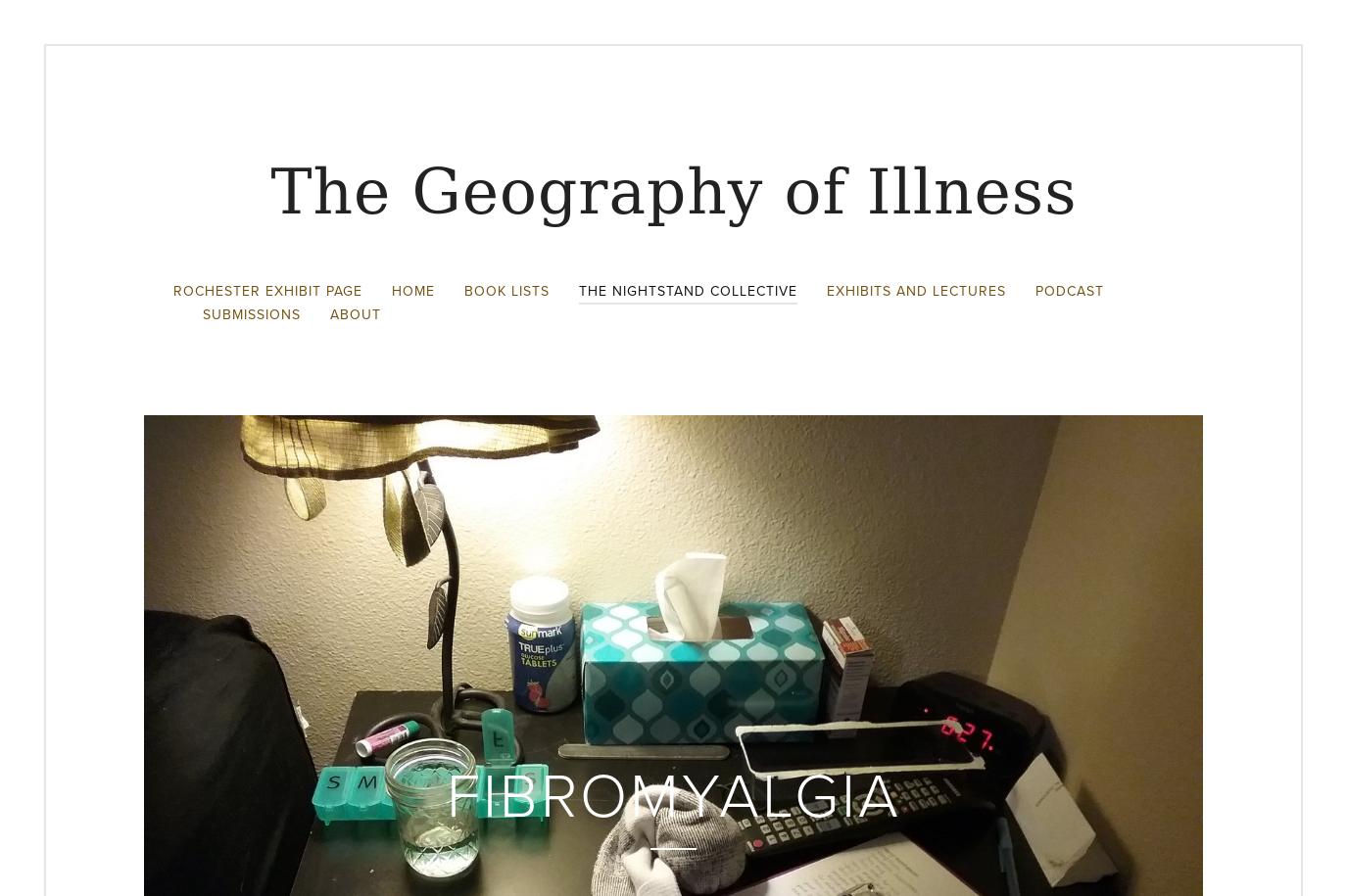  Describe the element at coordinates (412, 289) in the screenshot. I see `'Home'` at that location.